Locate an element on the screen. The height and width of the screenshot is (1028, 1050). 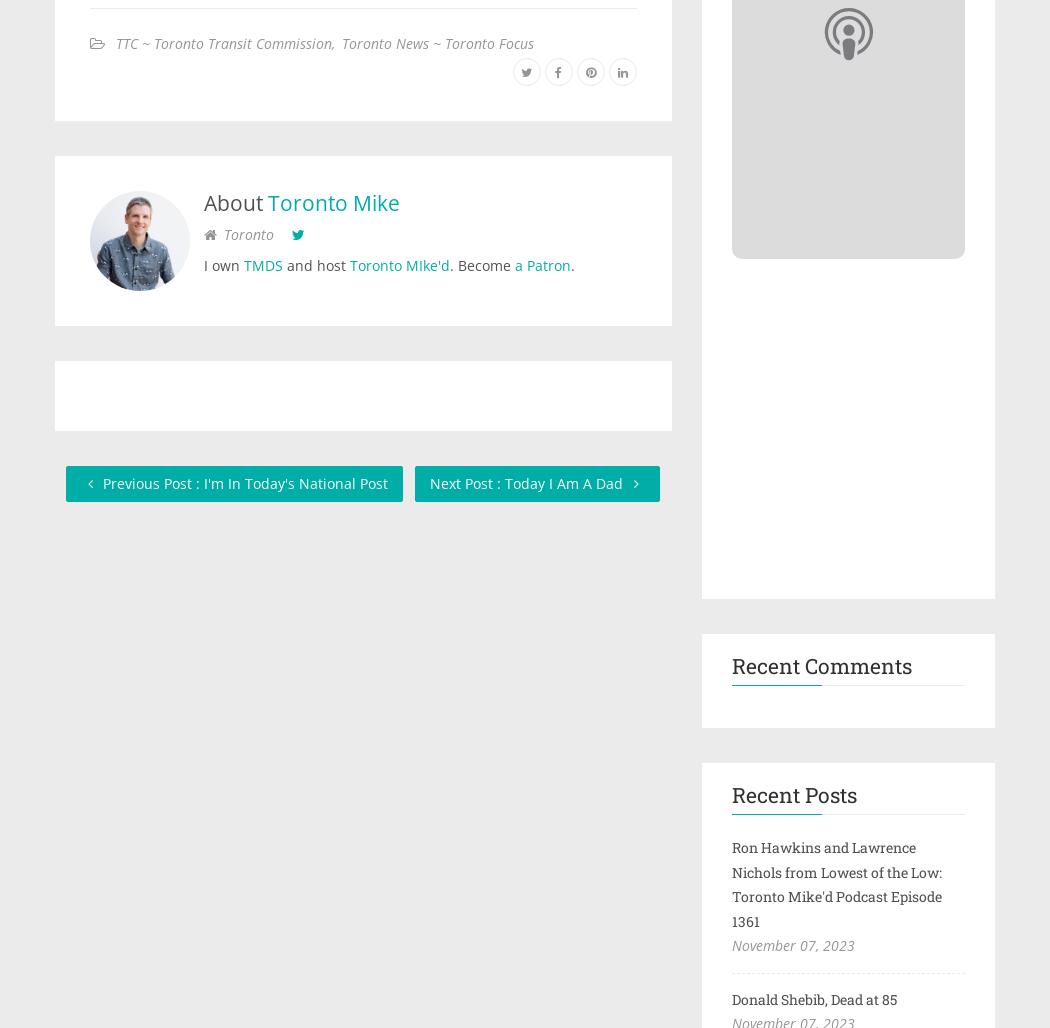
'Donald Shebib, Dead at 85' is located at coordinates (812, 997).